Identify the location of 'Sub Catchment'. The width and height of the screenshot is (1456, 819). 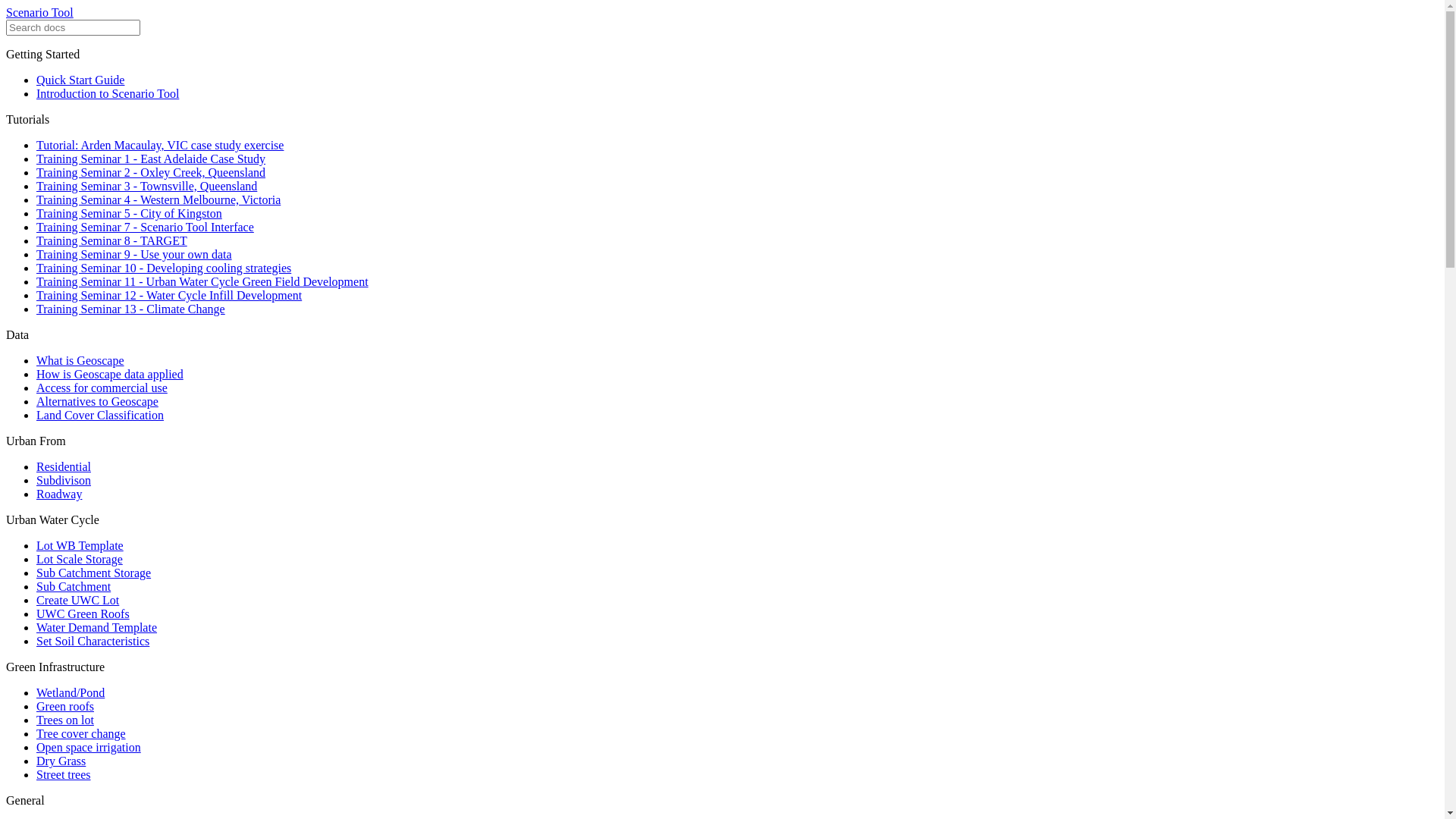
(72, 585).